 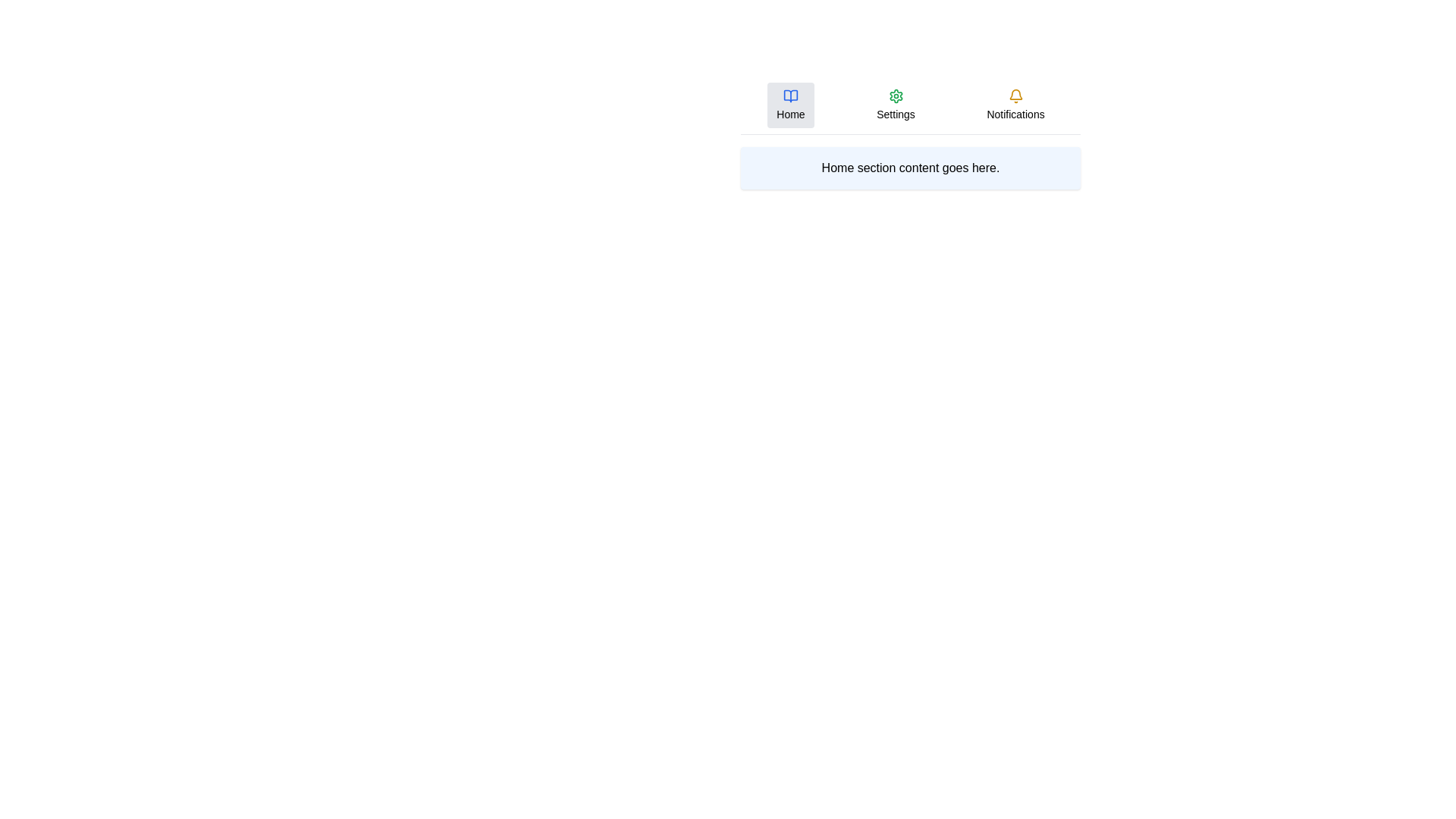 What do you see at coordinates (789, 104) in the screenshot?
I see `the Home tab by clicking on it` at bounding box center [789, 104].